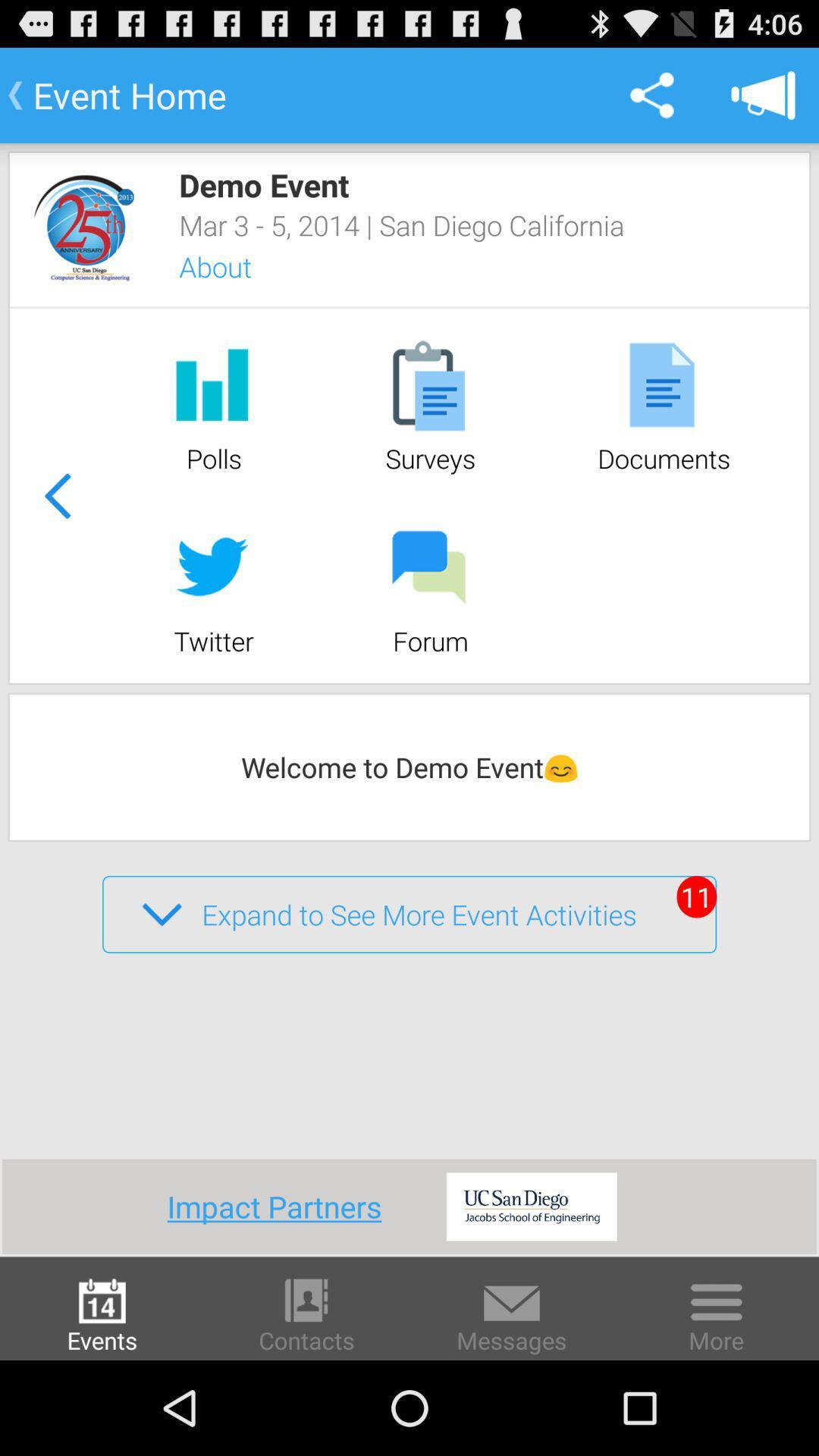  What do you see at coordinates (56, 495) in the screenshot?
I see `previous` at bounding box center [56, 495].